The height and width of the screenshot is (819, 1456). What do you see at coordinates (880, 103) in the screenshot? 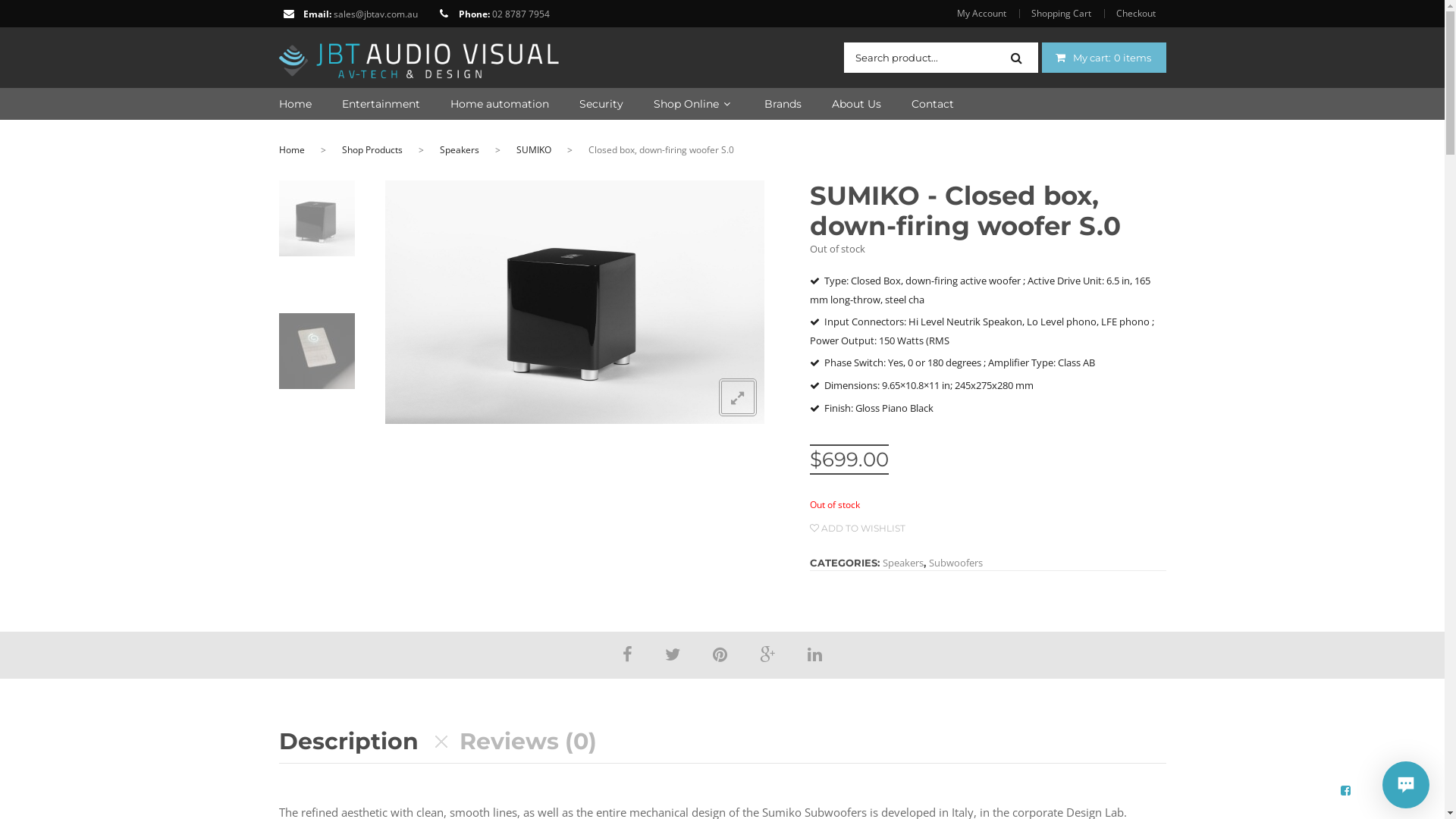
I see `'Contact'` at bounding box center [880, 103].